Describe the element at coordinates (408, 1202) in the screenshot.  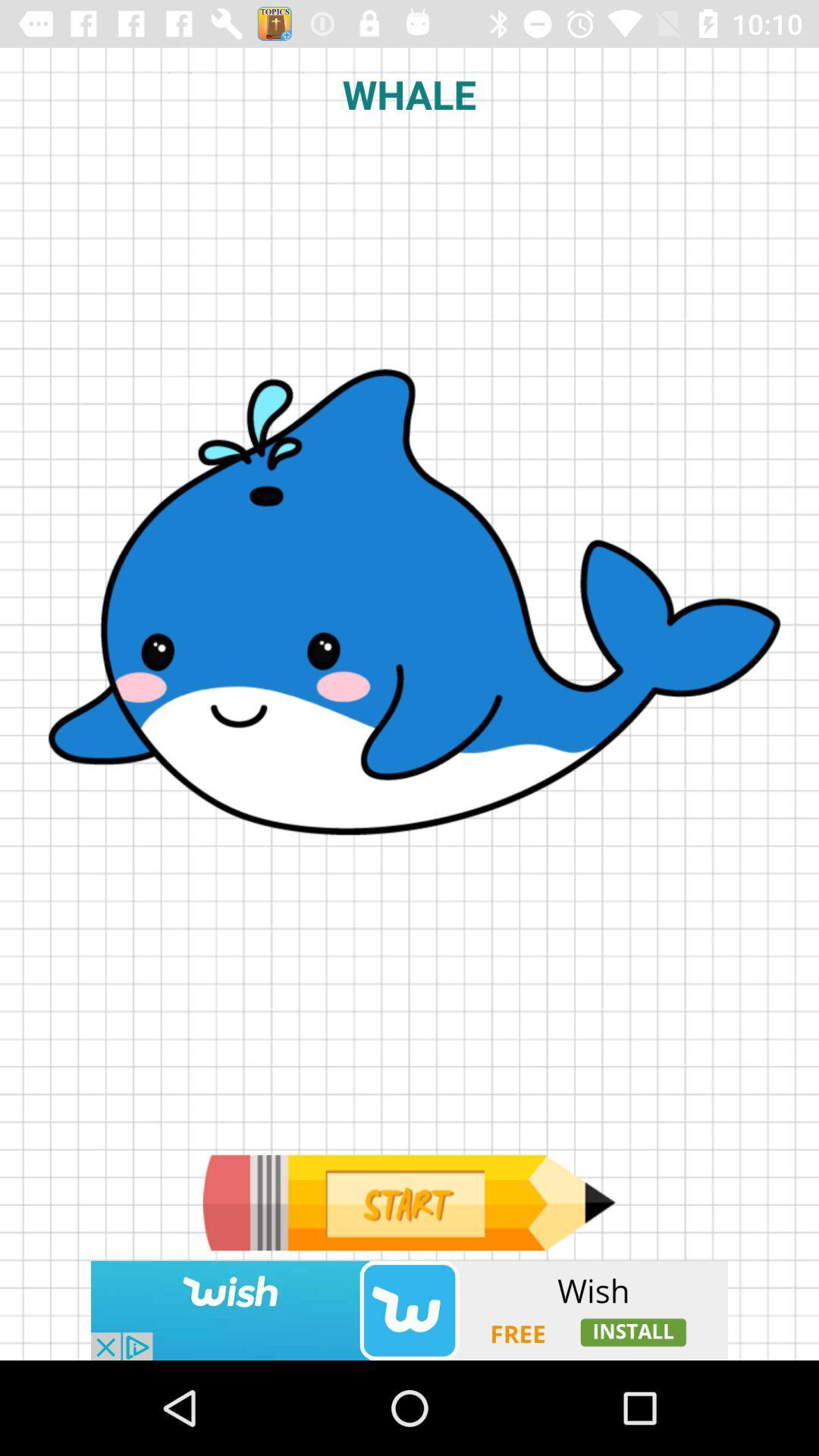
I see `advertisement page` at that location.